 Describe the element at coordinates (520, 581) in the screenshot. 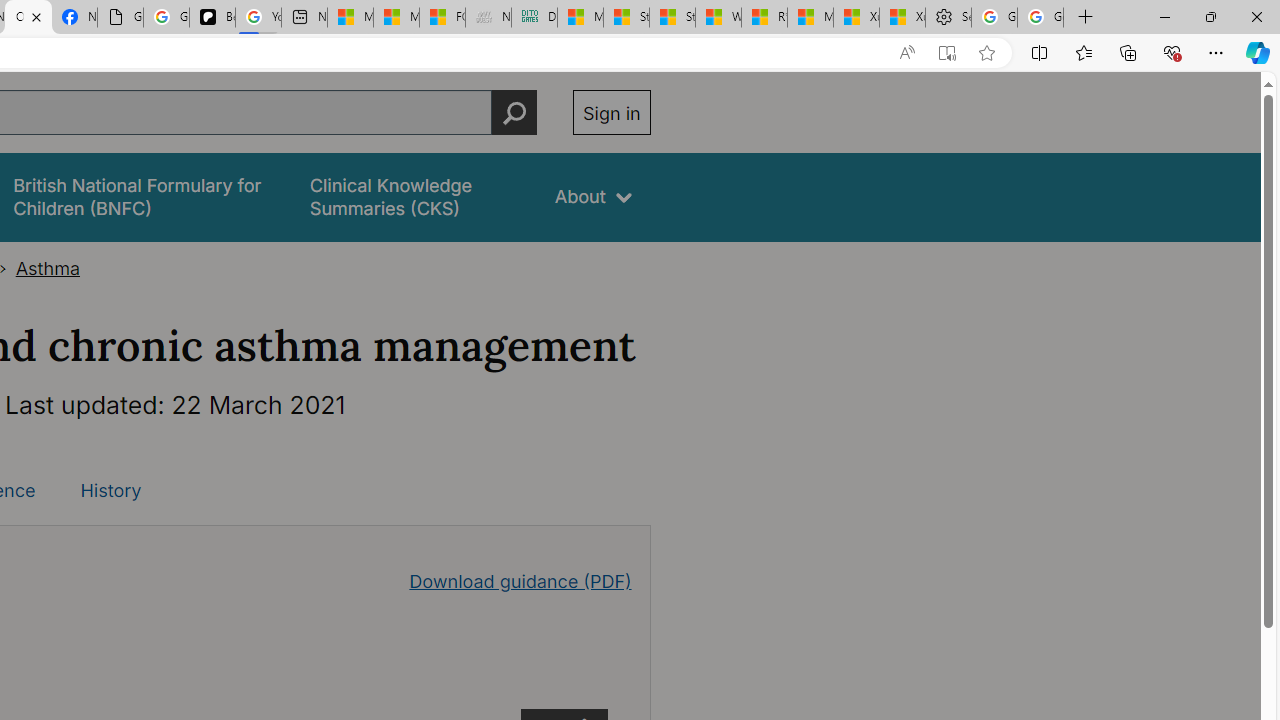

I see `'Download guidance (PDF)'` at that location.